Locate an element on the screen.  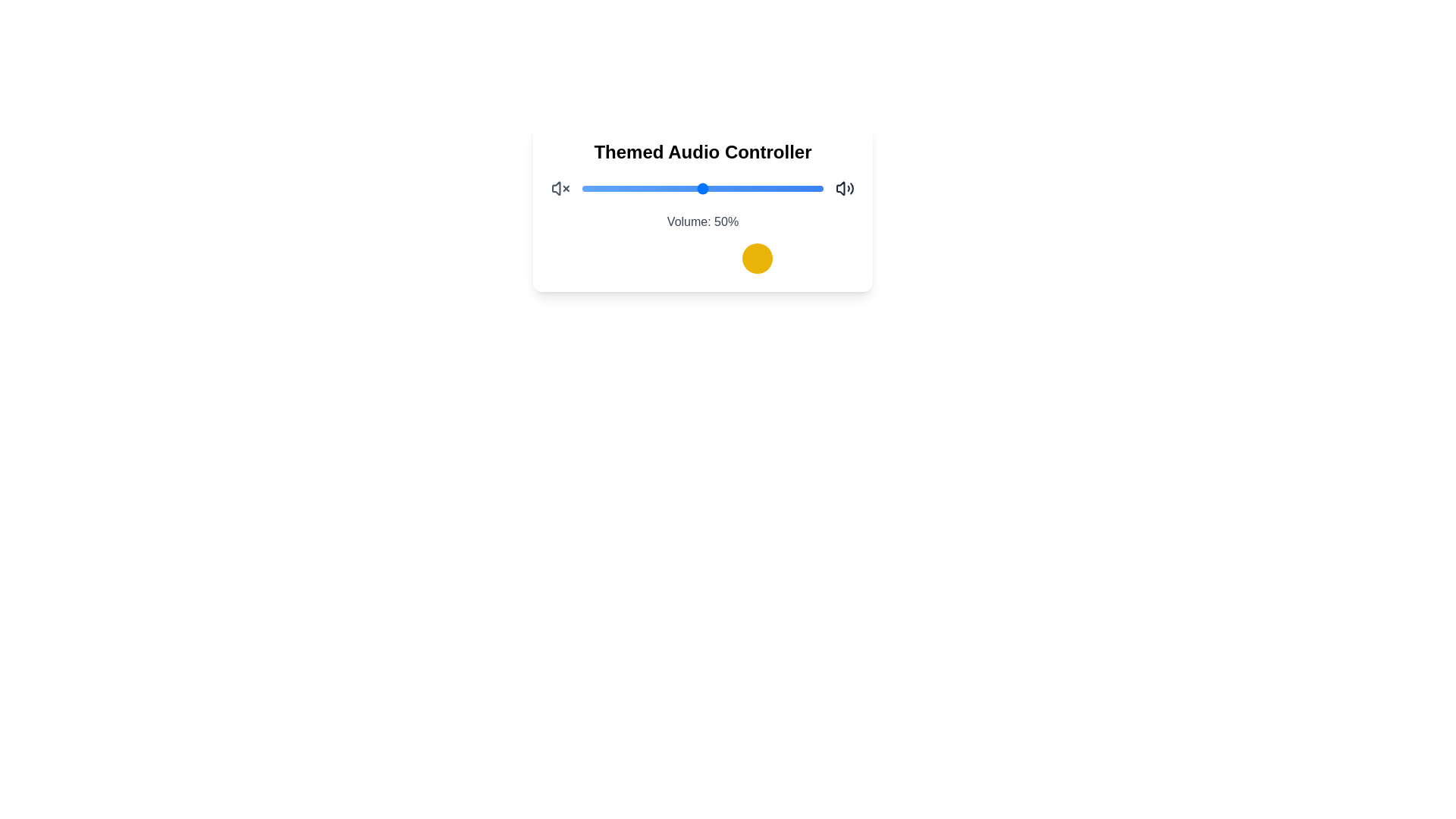
the volume slider to set the volume to 95% is located at coordinates (810, 188).